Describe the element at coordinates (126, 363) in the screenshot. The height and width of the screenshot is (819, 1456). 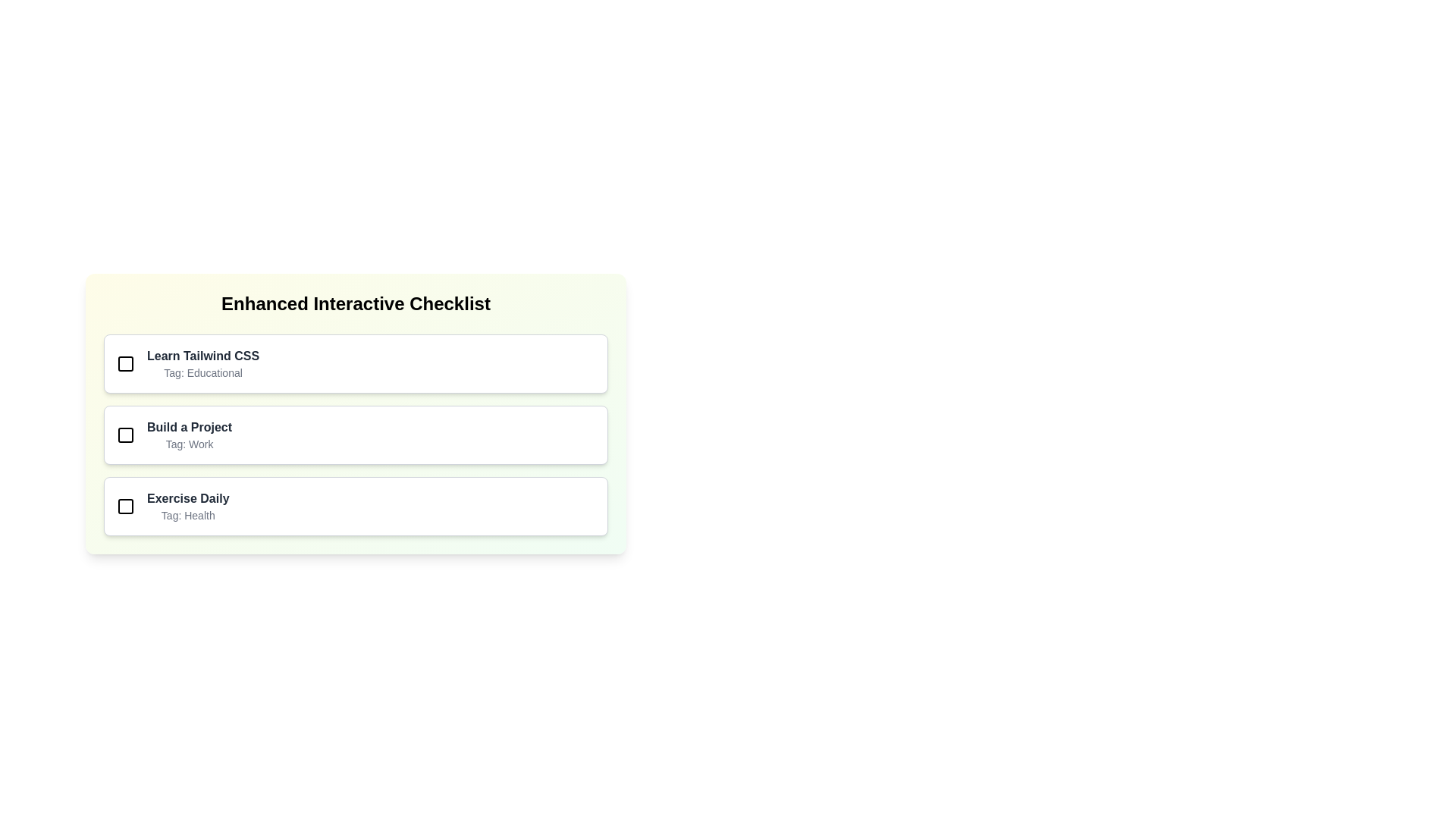
I see `the inner part of the checkbox associated with the task labeled 'Learn Tailwind CSS', which is the topmost checkbox in the vertically aligned list` at that location.